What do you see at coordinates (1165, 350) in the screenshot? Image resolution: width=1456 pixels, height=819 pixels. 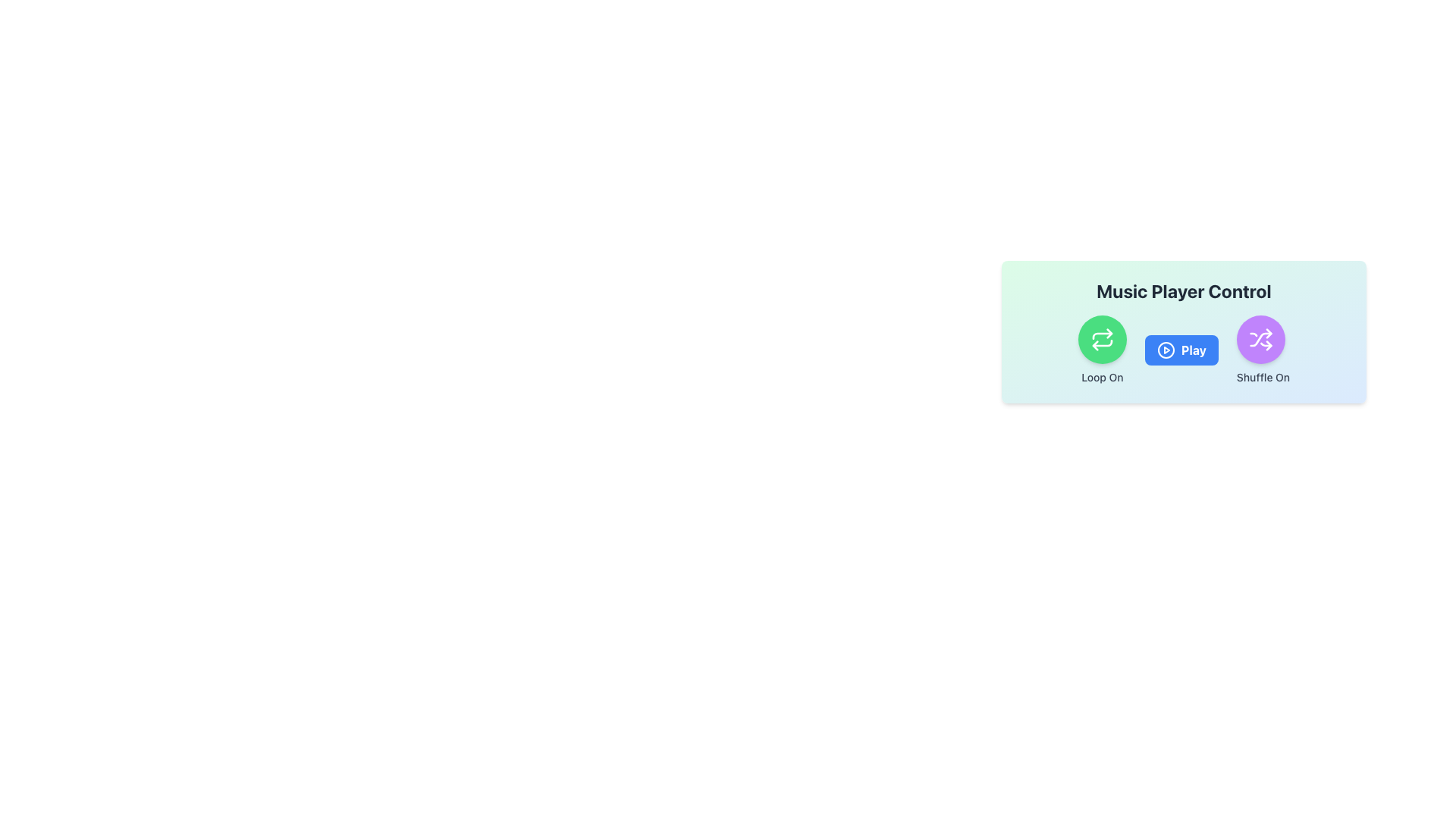 I see `the play action icon located on the 'Play' button within the 'Music Player Control', which is visually represented to indicate media play functionality` at bounding box center [1165, 350].